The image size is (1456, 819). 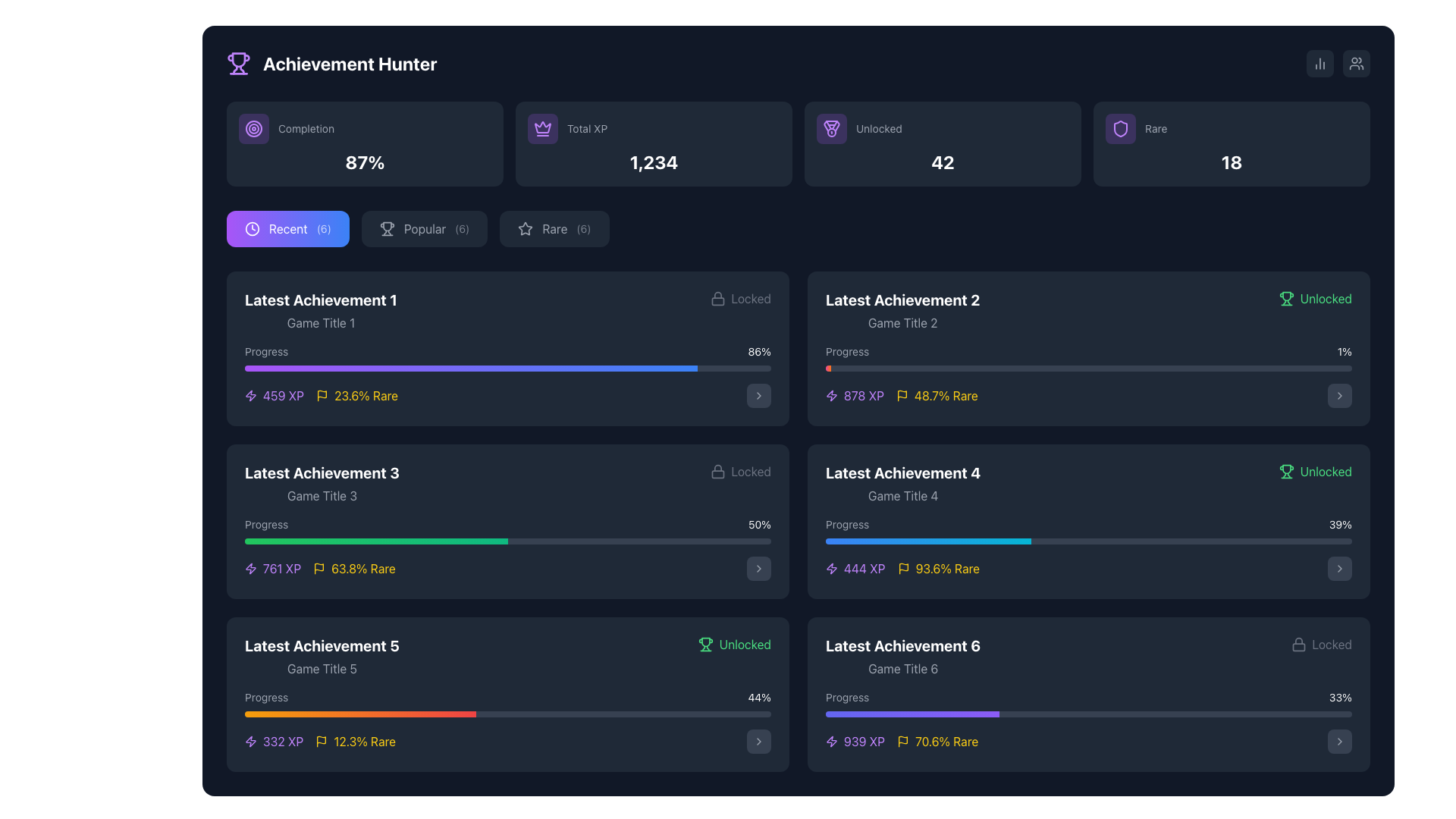 I want to click on the text label indicating the rarity of the achievement, which displays 'Rare' and is located to the right of the XP indicator in the 'Latest Achievement 5' section, so click(x=365, y=741).